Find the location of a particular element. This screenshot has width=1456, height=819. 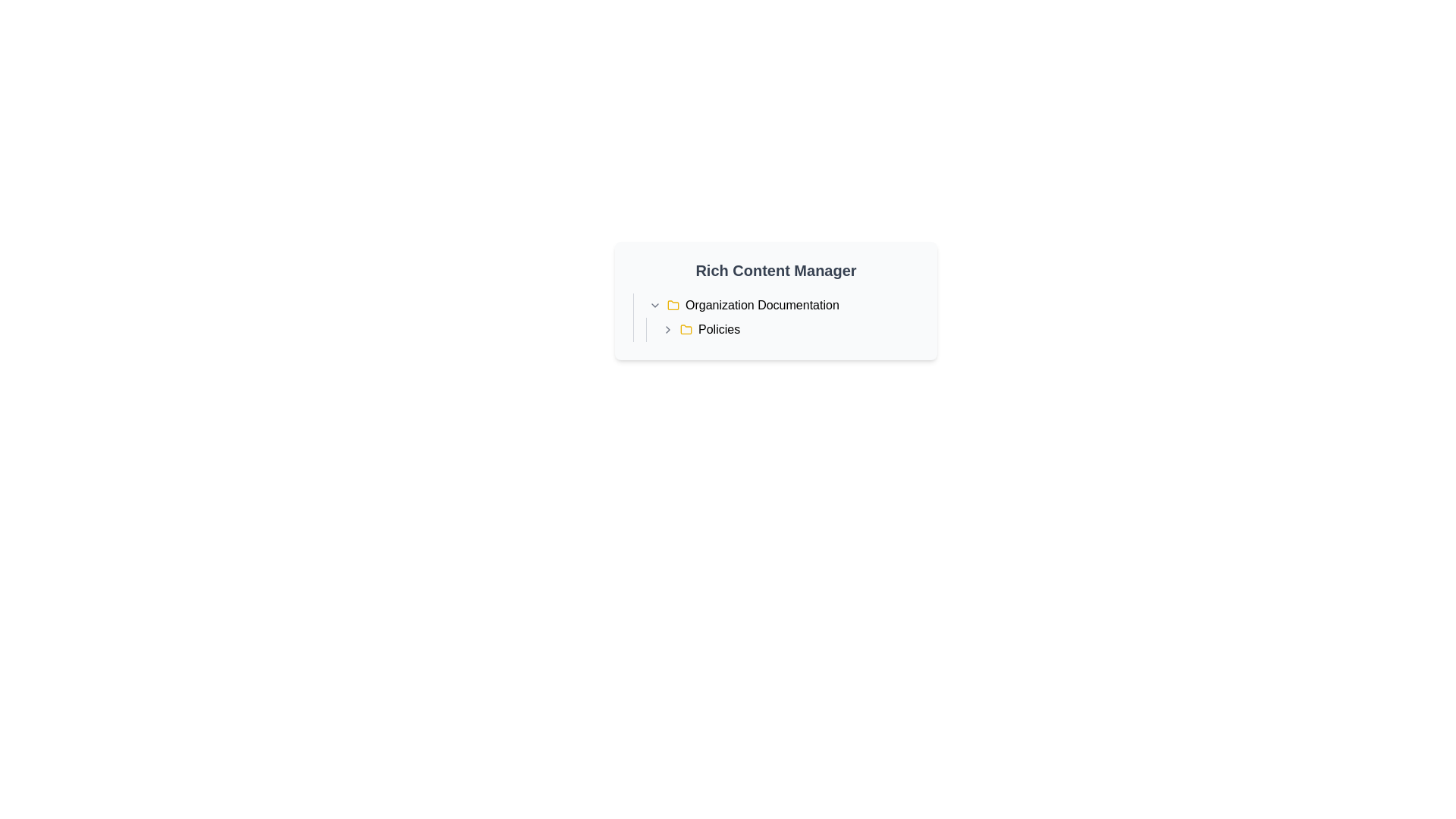

the folder icon next to 'Organization Documentation' in the hierarchical folder list entry is located at coordinates (776, 317).